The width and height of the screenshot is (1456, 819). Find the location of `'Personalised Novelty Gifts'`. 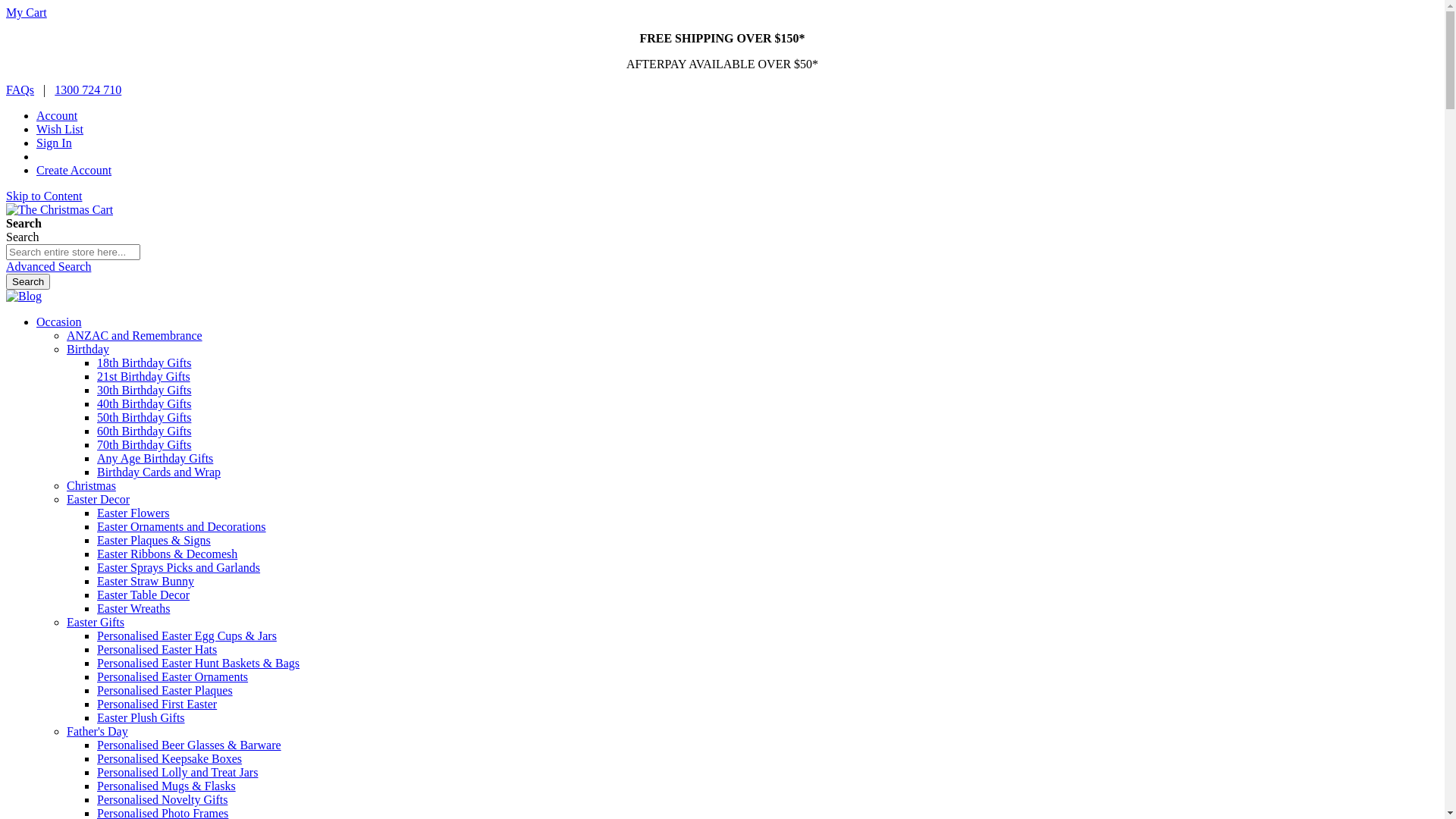

'Personalised Novelty Gifts' is located at coordinates (162, 799).